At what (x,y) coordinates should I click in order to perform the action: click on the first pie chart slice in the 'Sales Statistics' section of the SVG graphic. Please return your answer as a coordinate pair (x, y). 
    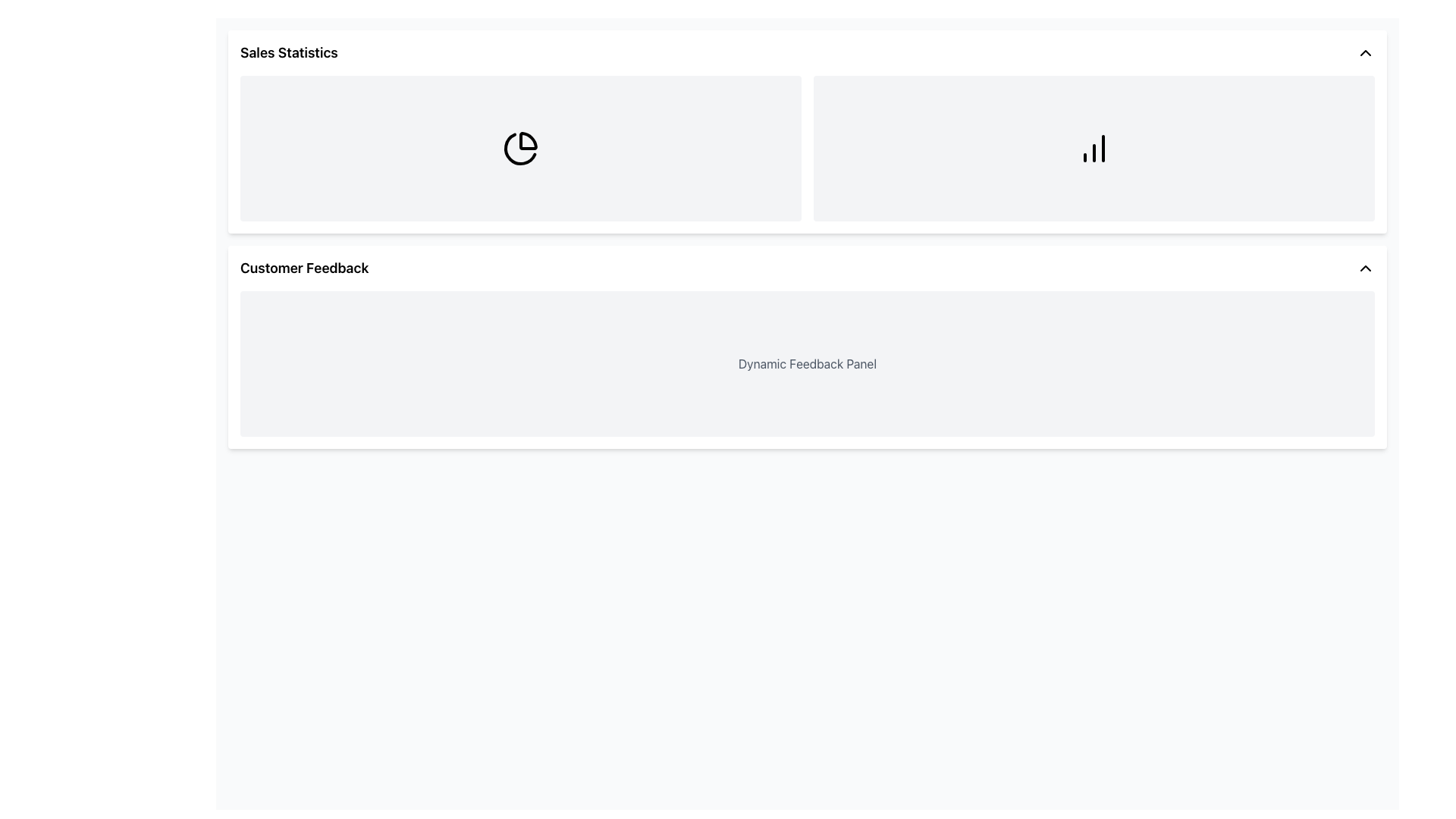
    Looking at the image, I should click on (528, 141).